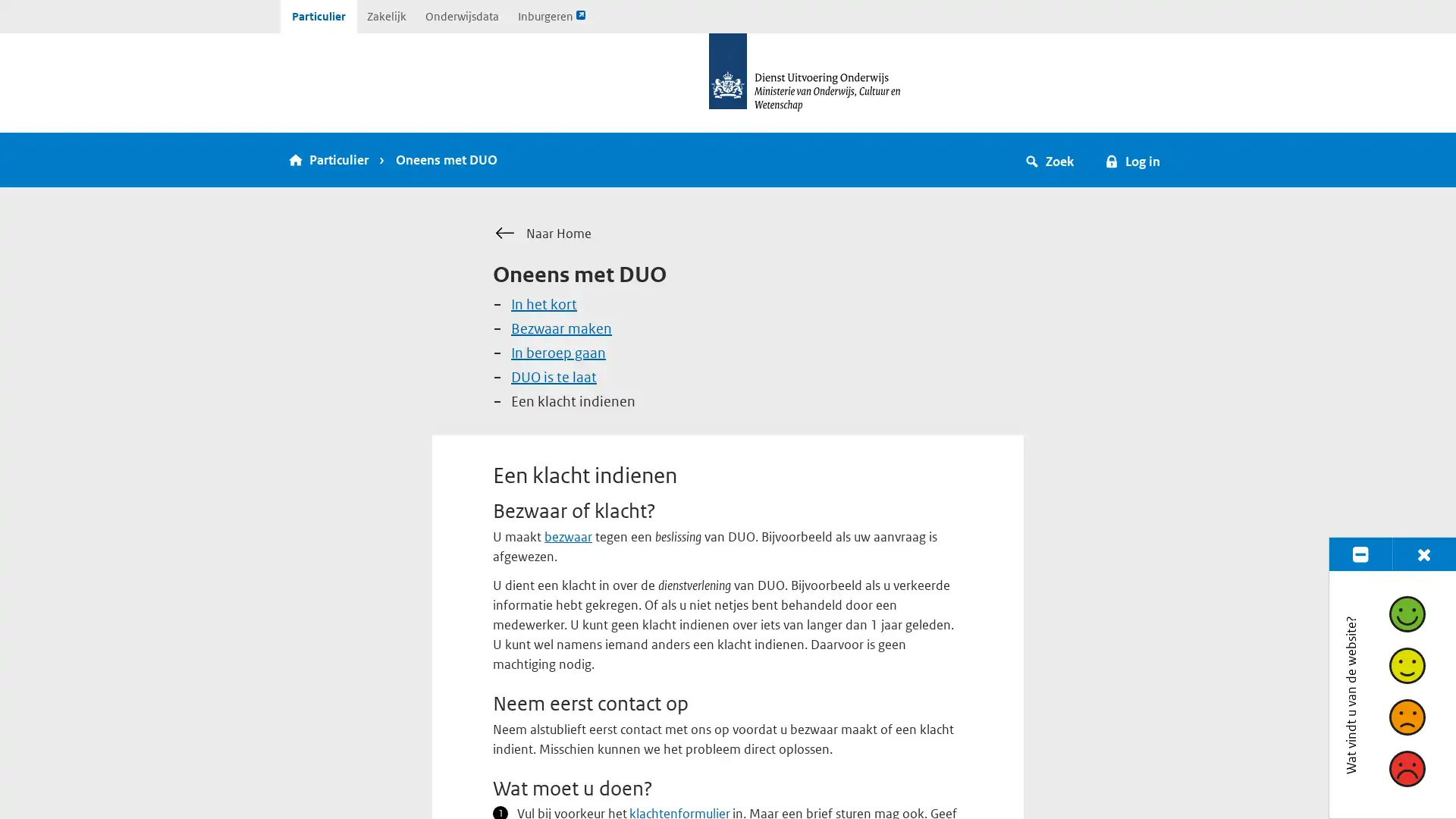 The height and width of the screenshot is (819, 1456). Describe the element at coordinates (1405, 768) in the screenshot. I see `Slecht` at that location.